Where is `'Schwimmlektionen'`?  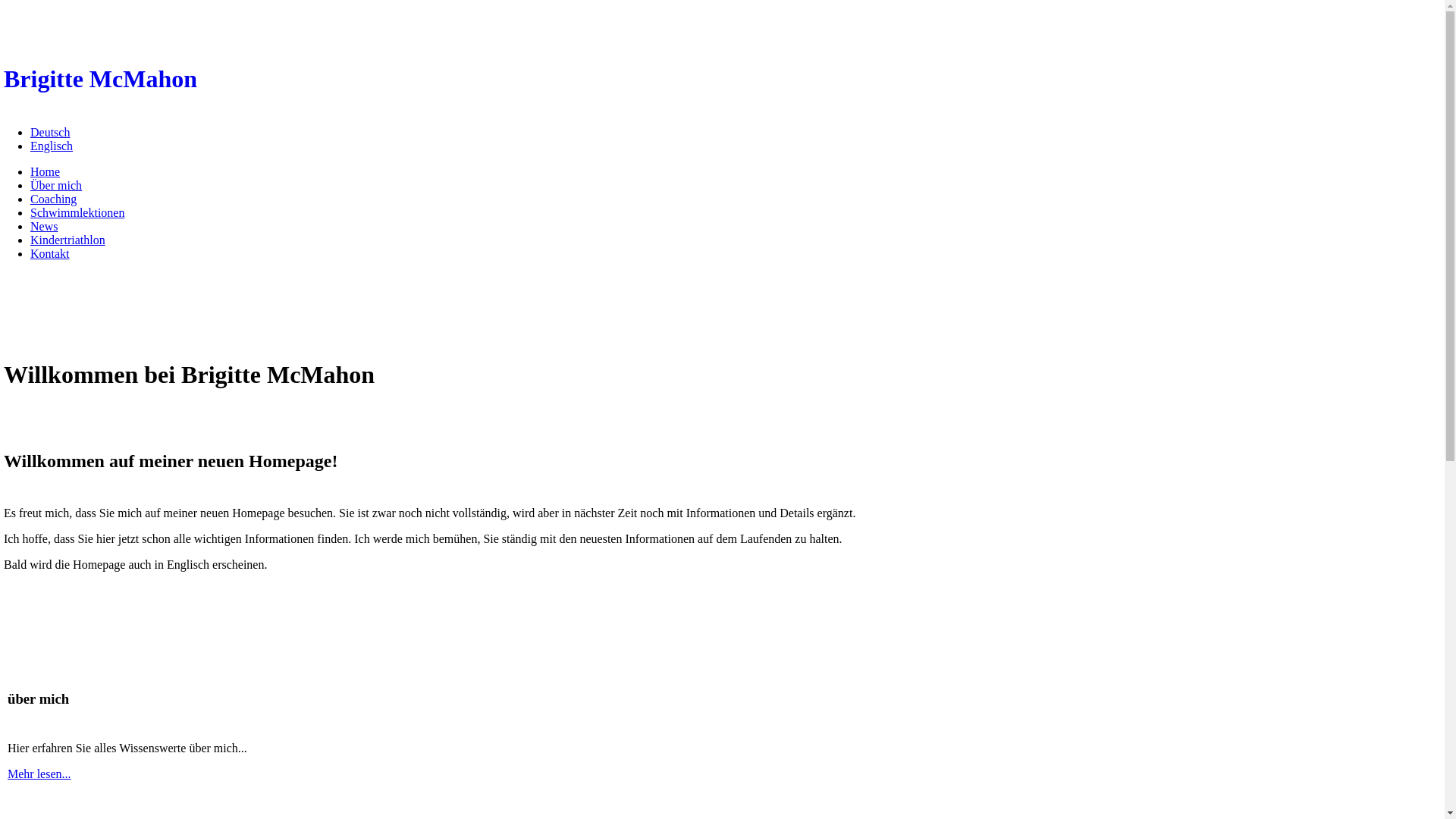 'Schwimmlektionen' is located at coordinates (76, 212).